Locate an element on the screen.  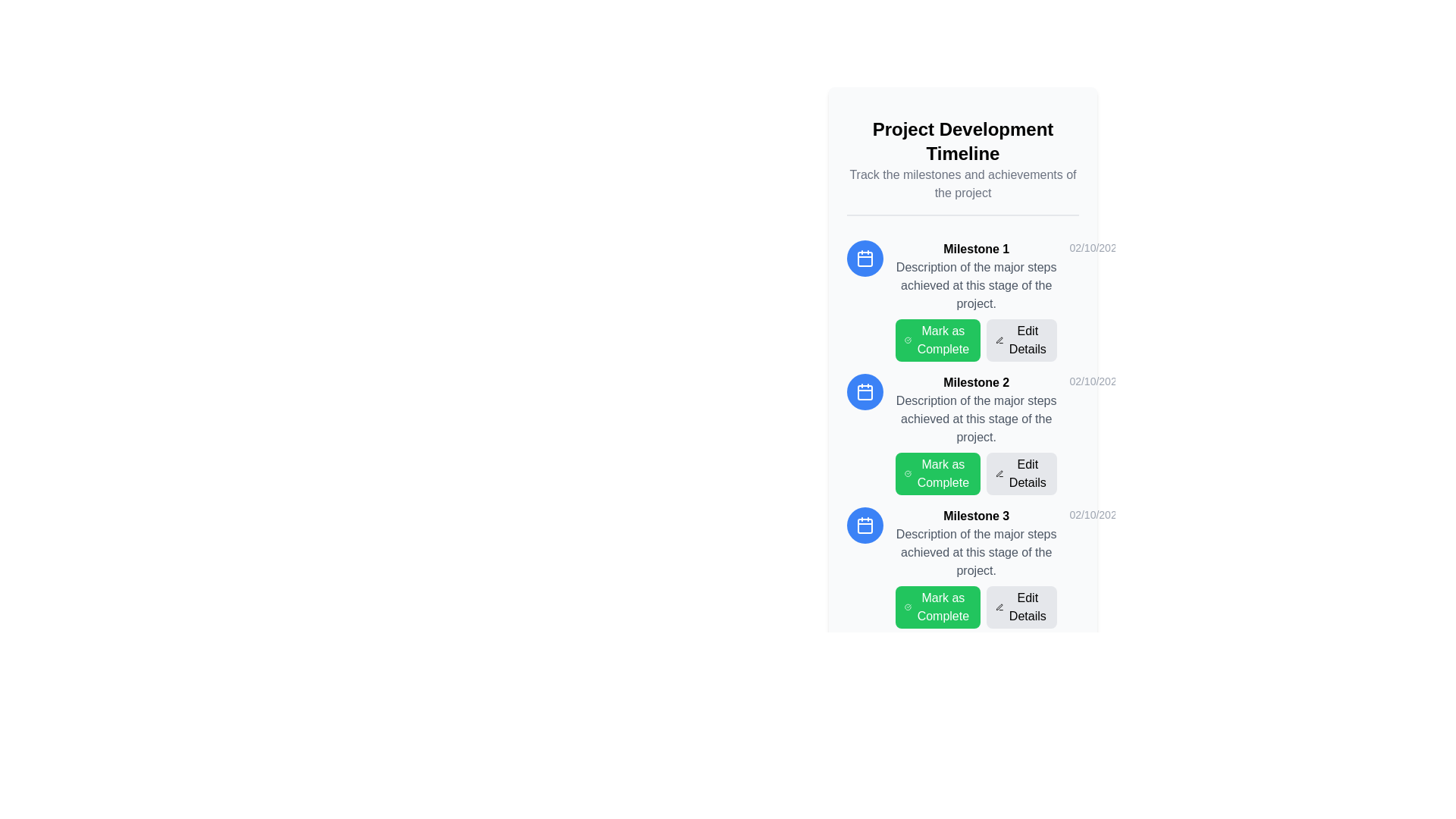
the 'Edit Details' icon located in the milestone row, which visually represents editing capabilities is located at coordinates (999, 339).